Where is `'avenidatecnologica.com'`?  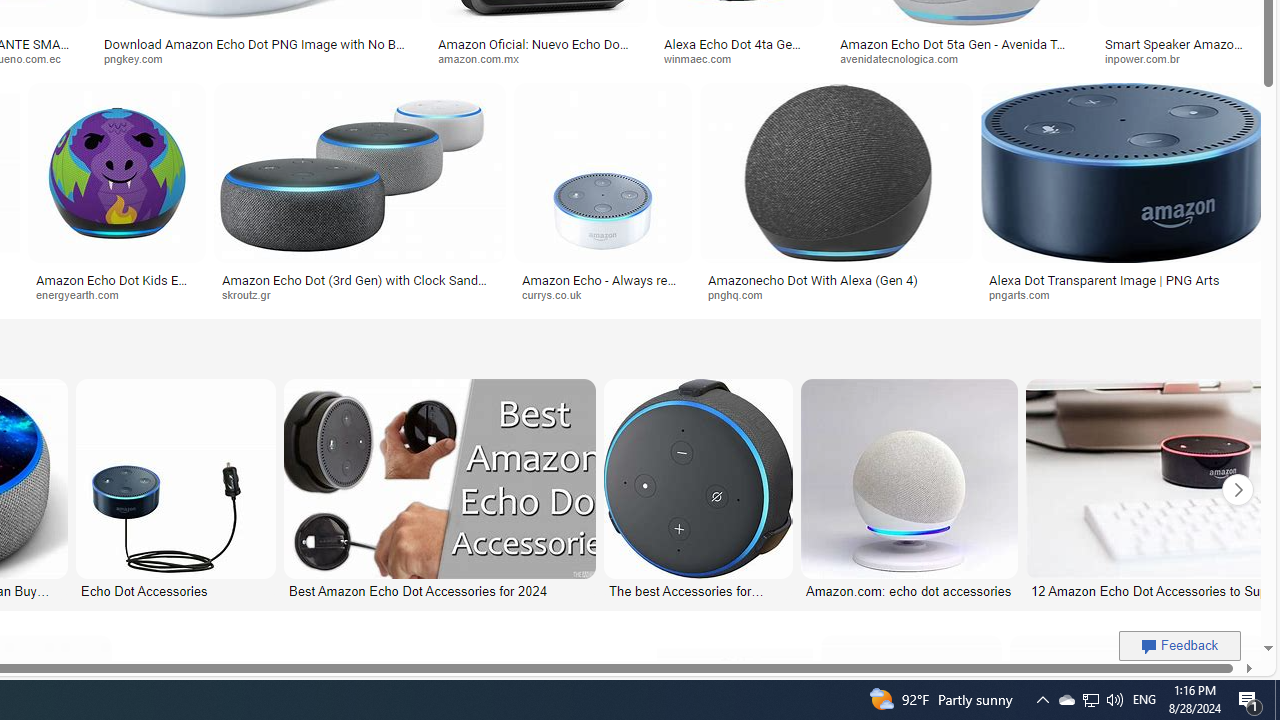 'avenidatecnologica.com' is located at coordinates (905, 57).